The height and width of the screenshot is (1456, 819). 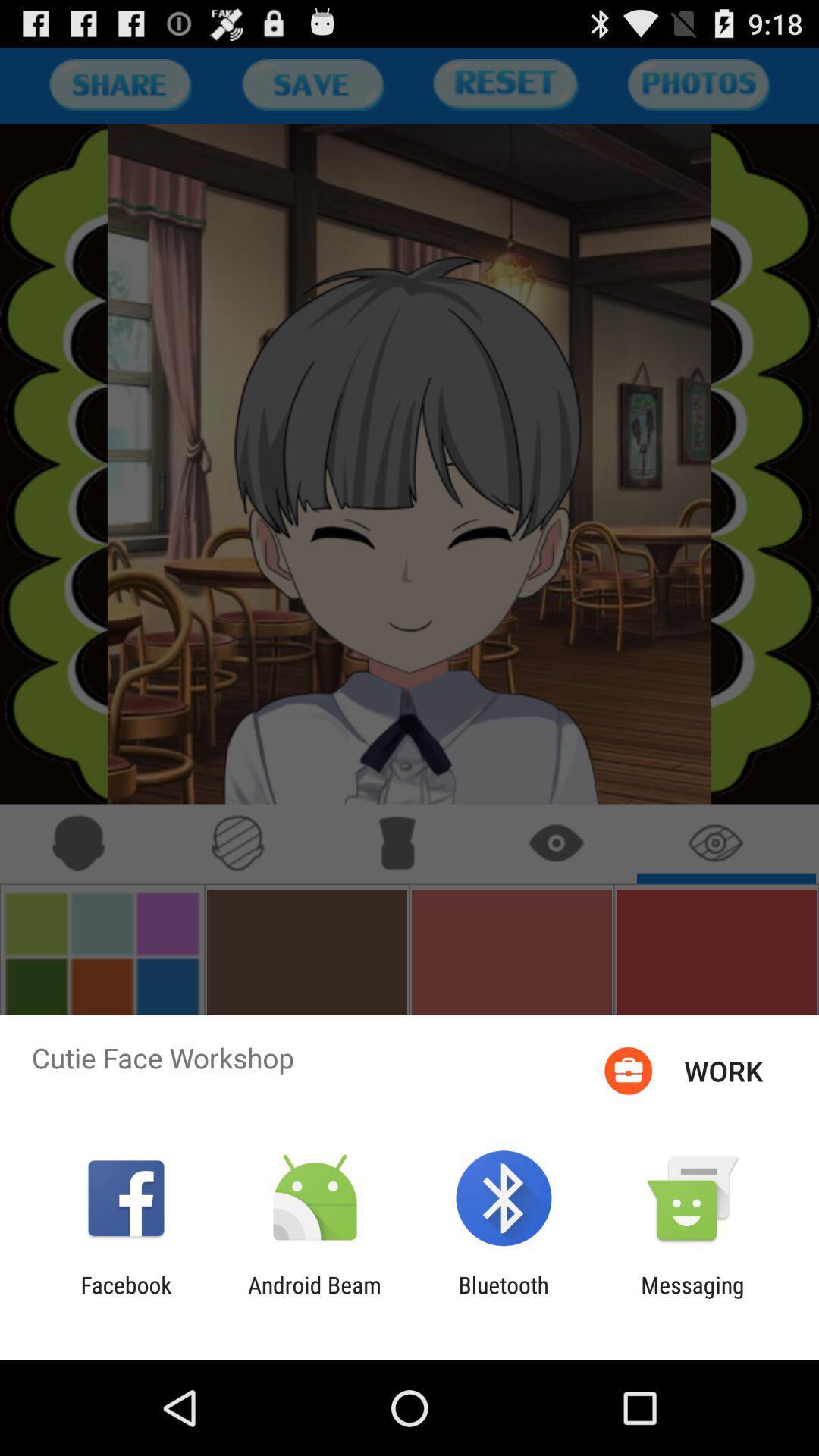 I want to click on the icon next to the bluetooth icon, so click(x=692, y=1298).